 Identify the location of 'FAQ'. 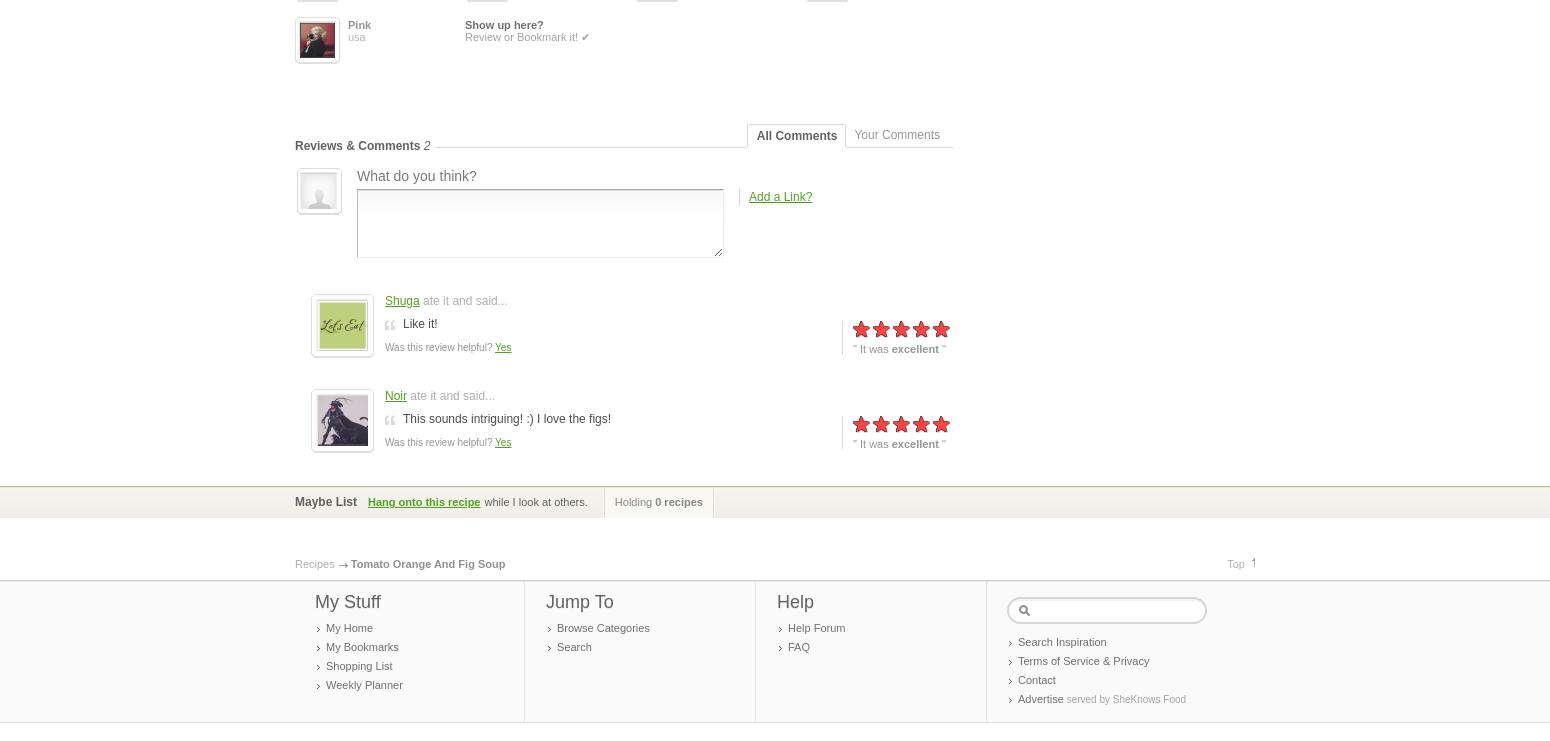
(798, 645).